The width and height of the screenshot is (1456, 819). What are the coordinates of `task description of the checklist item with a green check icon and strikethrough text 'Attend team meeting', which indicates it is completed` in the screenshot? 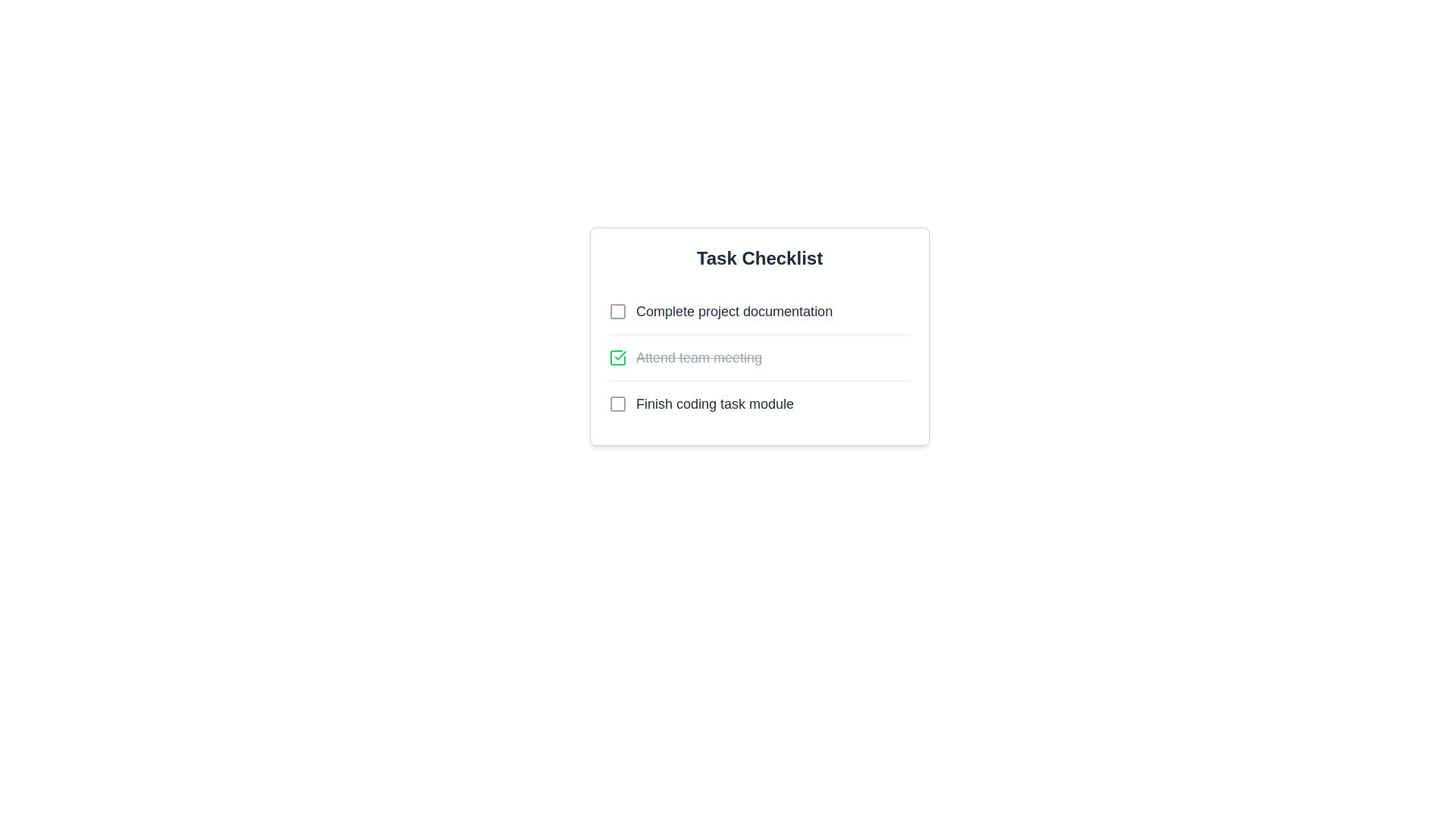 It's located at (760, 357).